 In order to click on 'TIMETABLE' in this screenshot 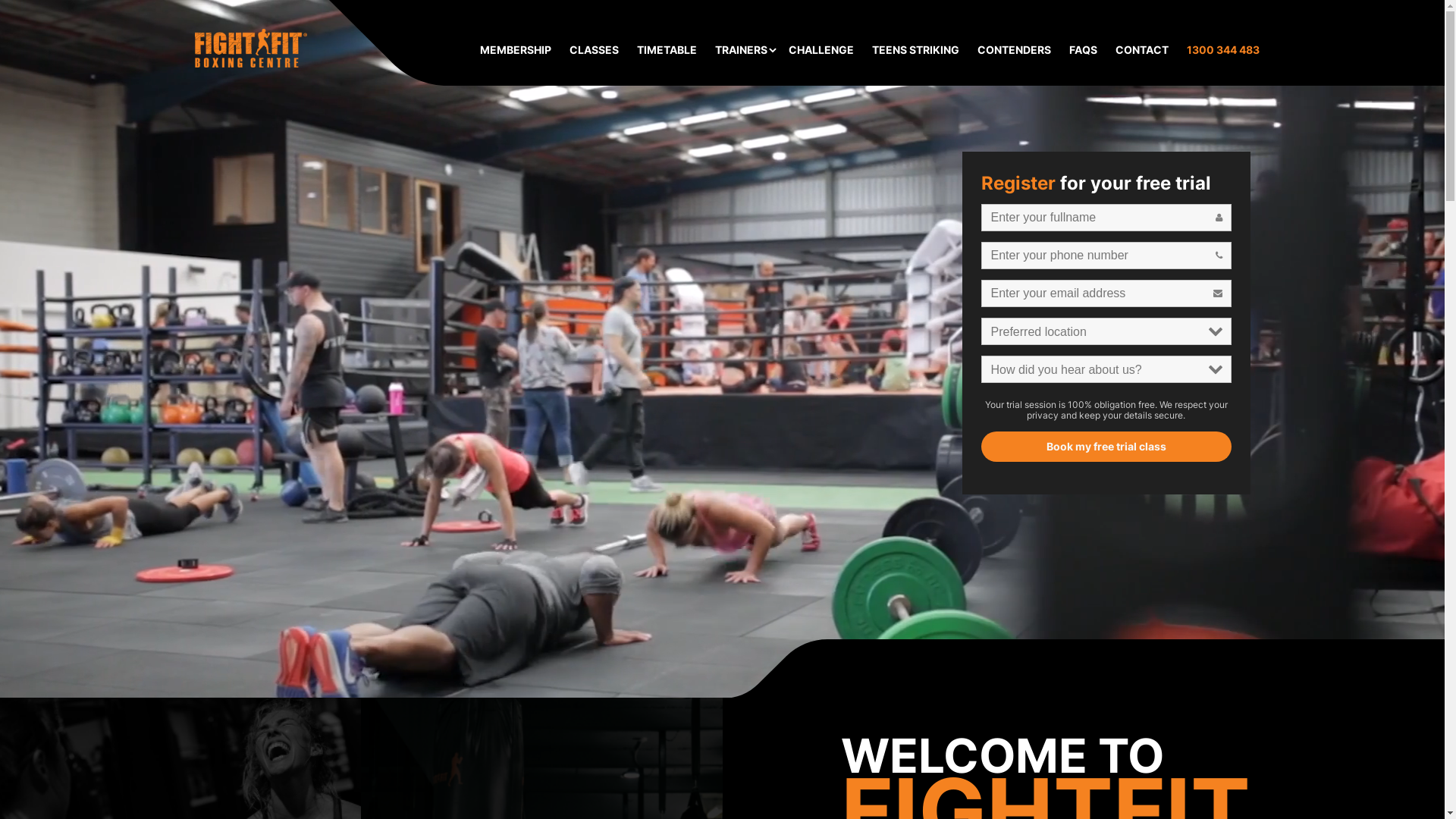, I will do `click(667, 49)`.